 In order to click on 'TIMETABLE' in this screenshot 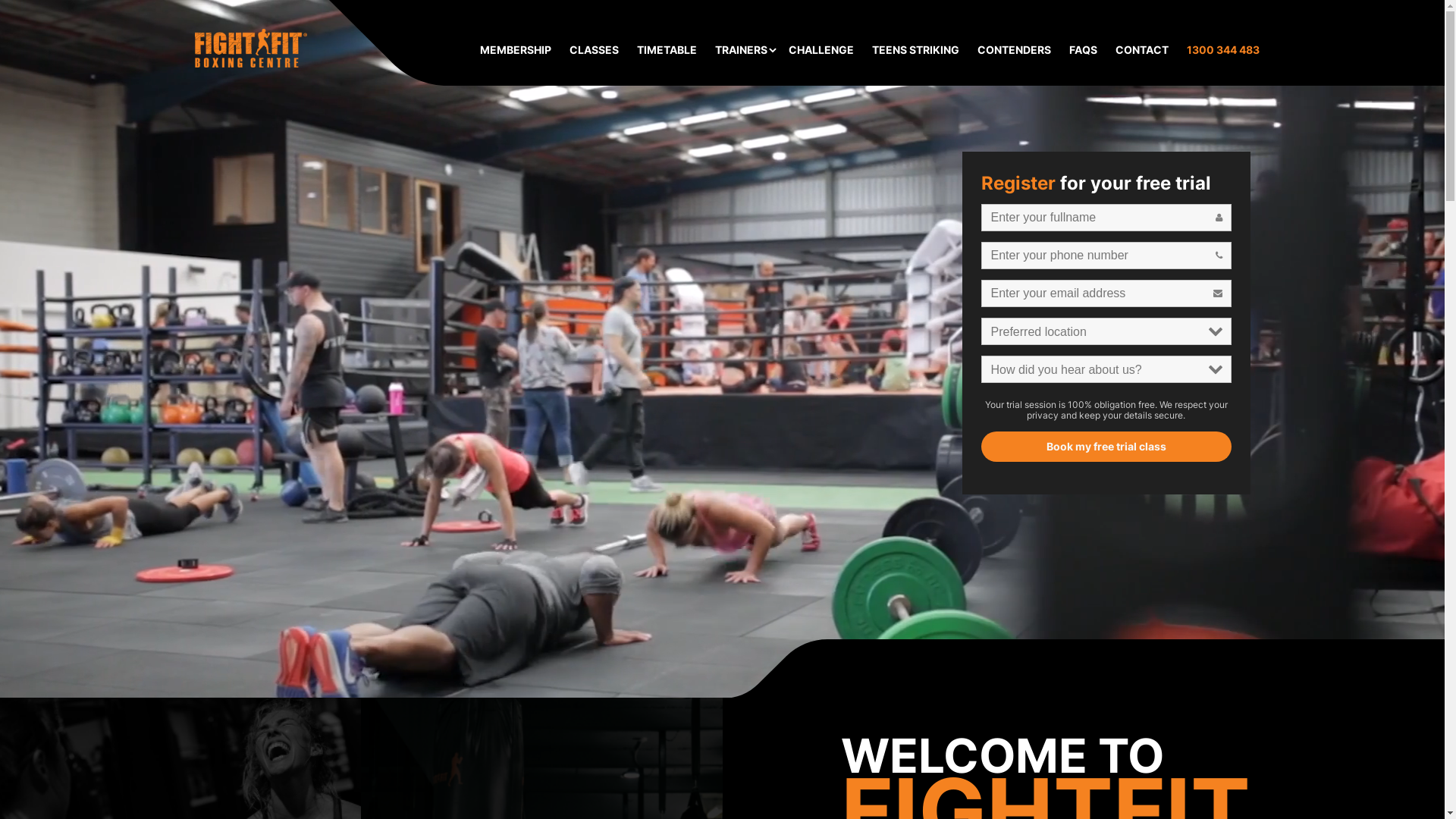, I will do `click(667, 49)`.